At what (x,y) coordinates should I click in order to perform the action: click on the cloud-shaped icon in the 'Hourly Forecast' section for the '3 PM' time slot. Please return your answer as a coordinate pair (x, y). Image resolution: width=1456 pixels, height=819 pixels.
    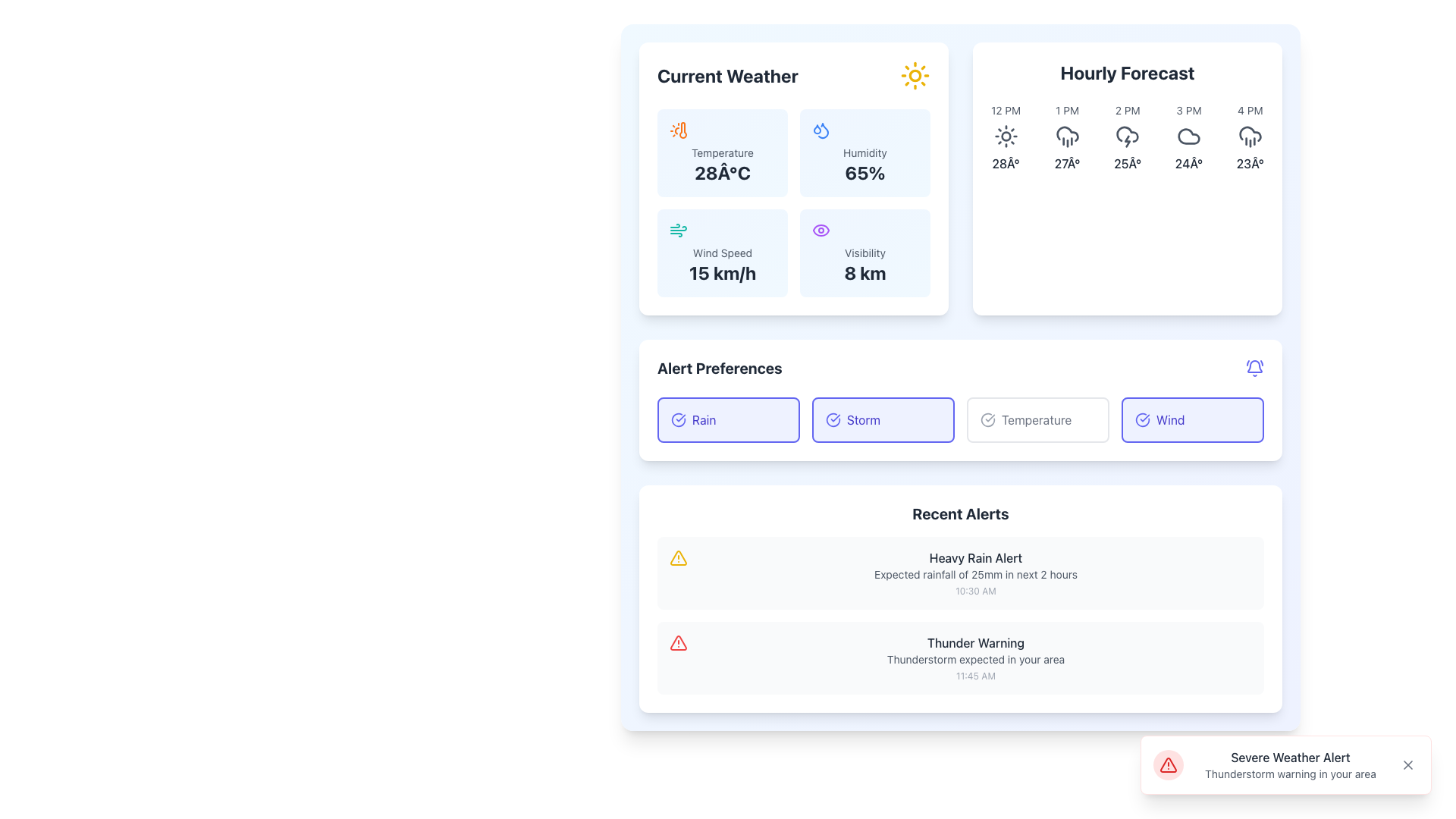
    Looking at the image, I should click on (1188, 136).